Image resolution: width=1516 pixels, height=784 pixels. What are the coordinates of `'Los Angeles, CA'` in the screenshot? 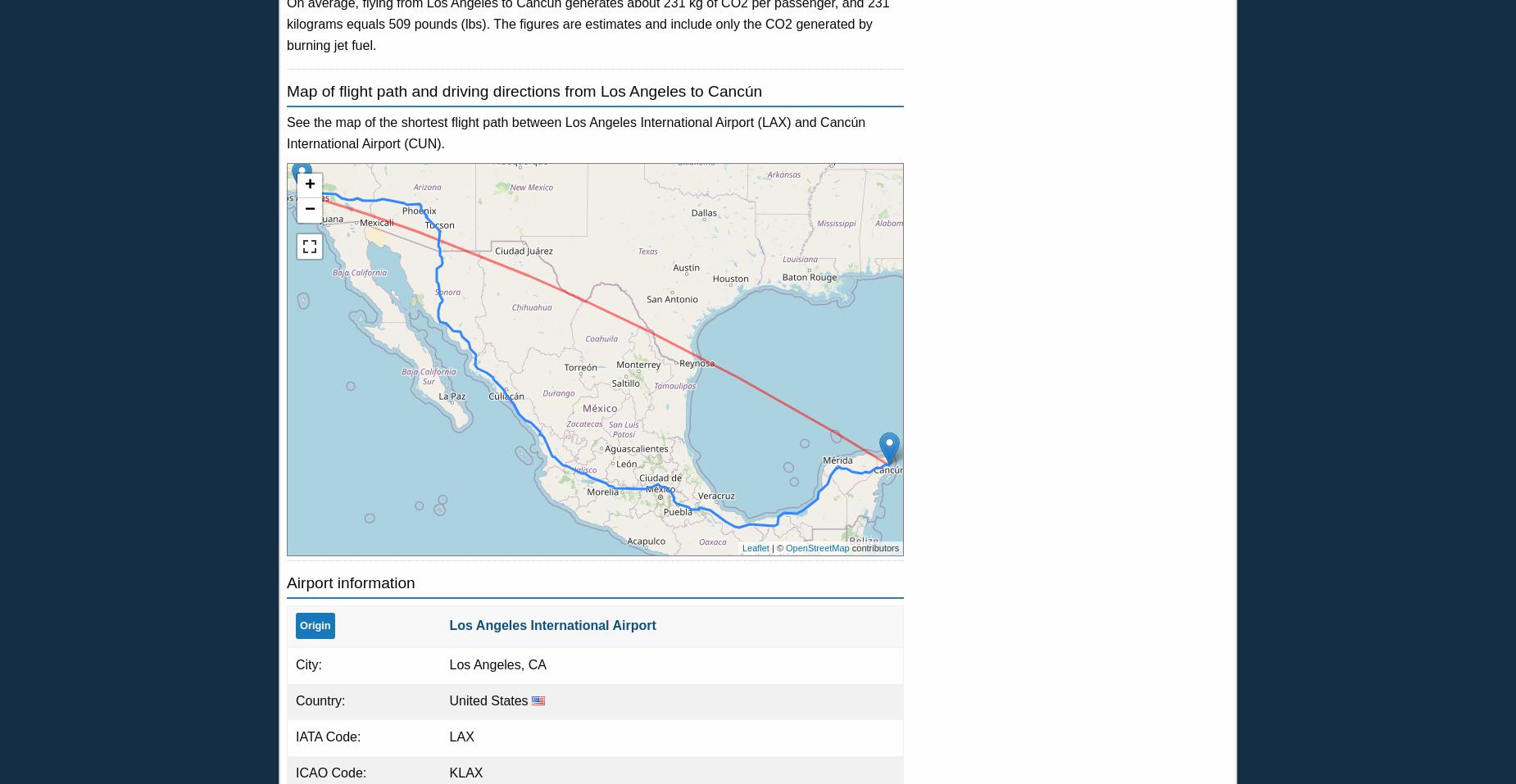 It's located at (497, 663).